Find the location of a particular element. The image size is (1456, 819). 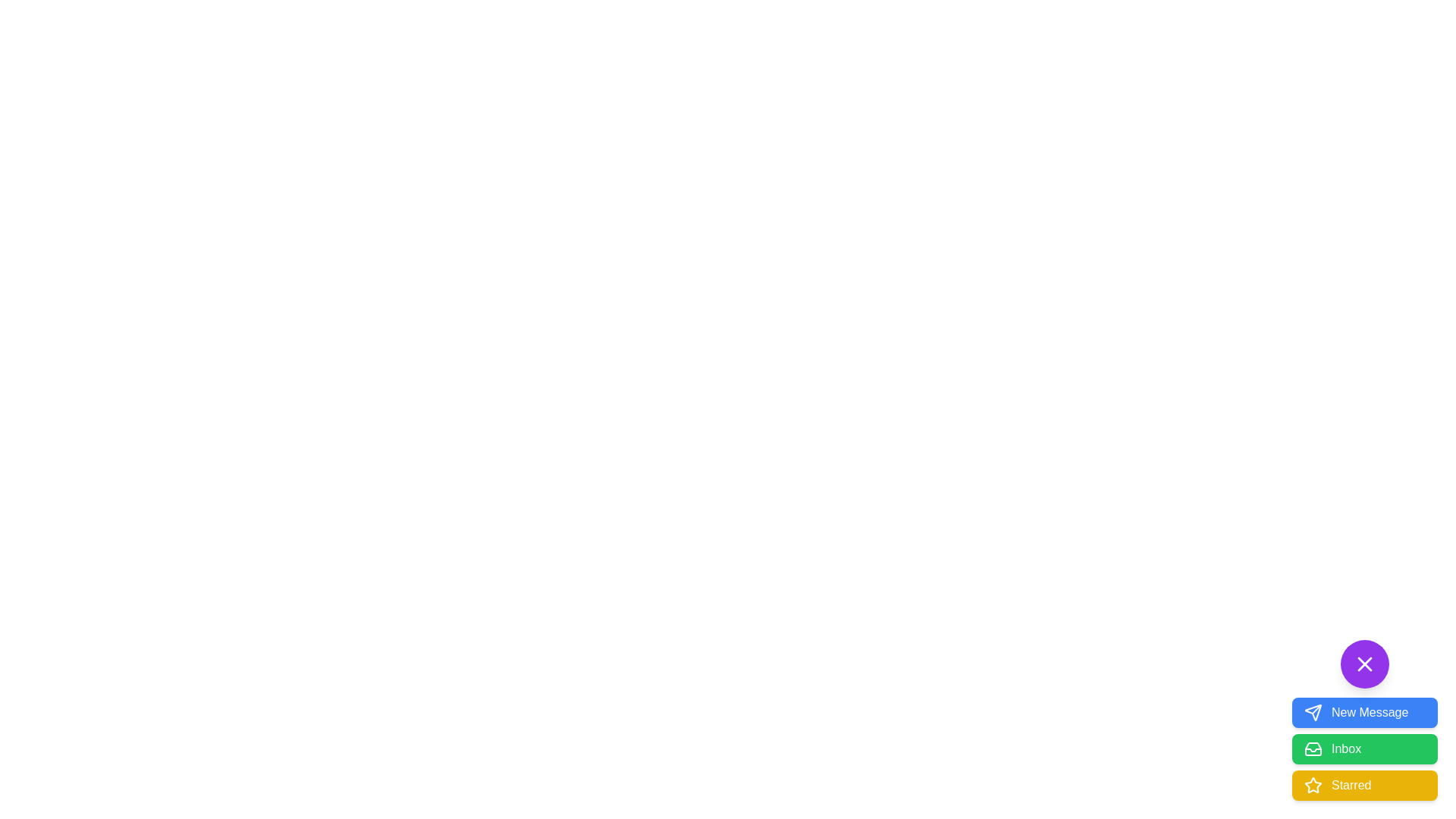

the green button labeled 'Inbox' that contains the inbox tray icon positioned to the left of the text label is located at coordinates (1313, 748).